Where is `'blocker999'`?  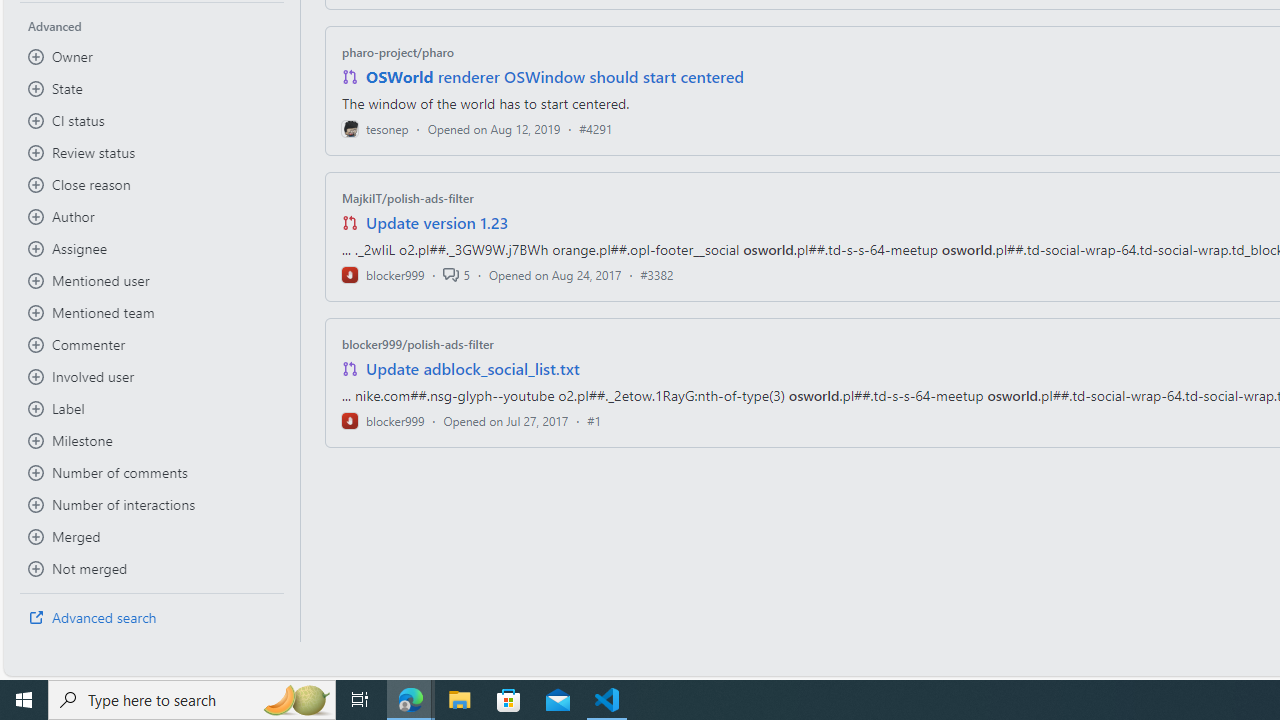
'blocker999' is located at coordinates (383, 419).